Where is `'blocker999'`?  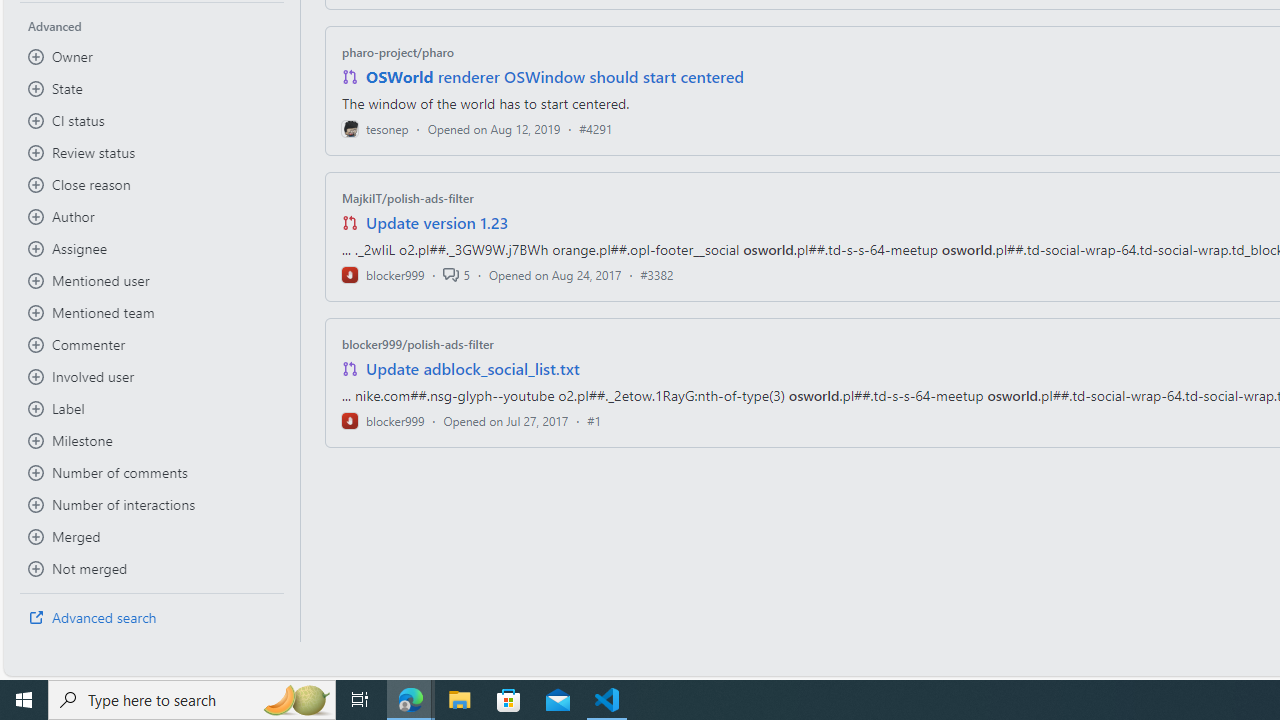
'blocker999' is located at coordinates (383, 419).